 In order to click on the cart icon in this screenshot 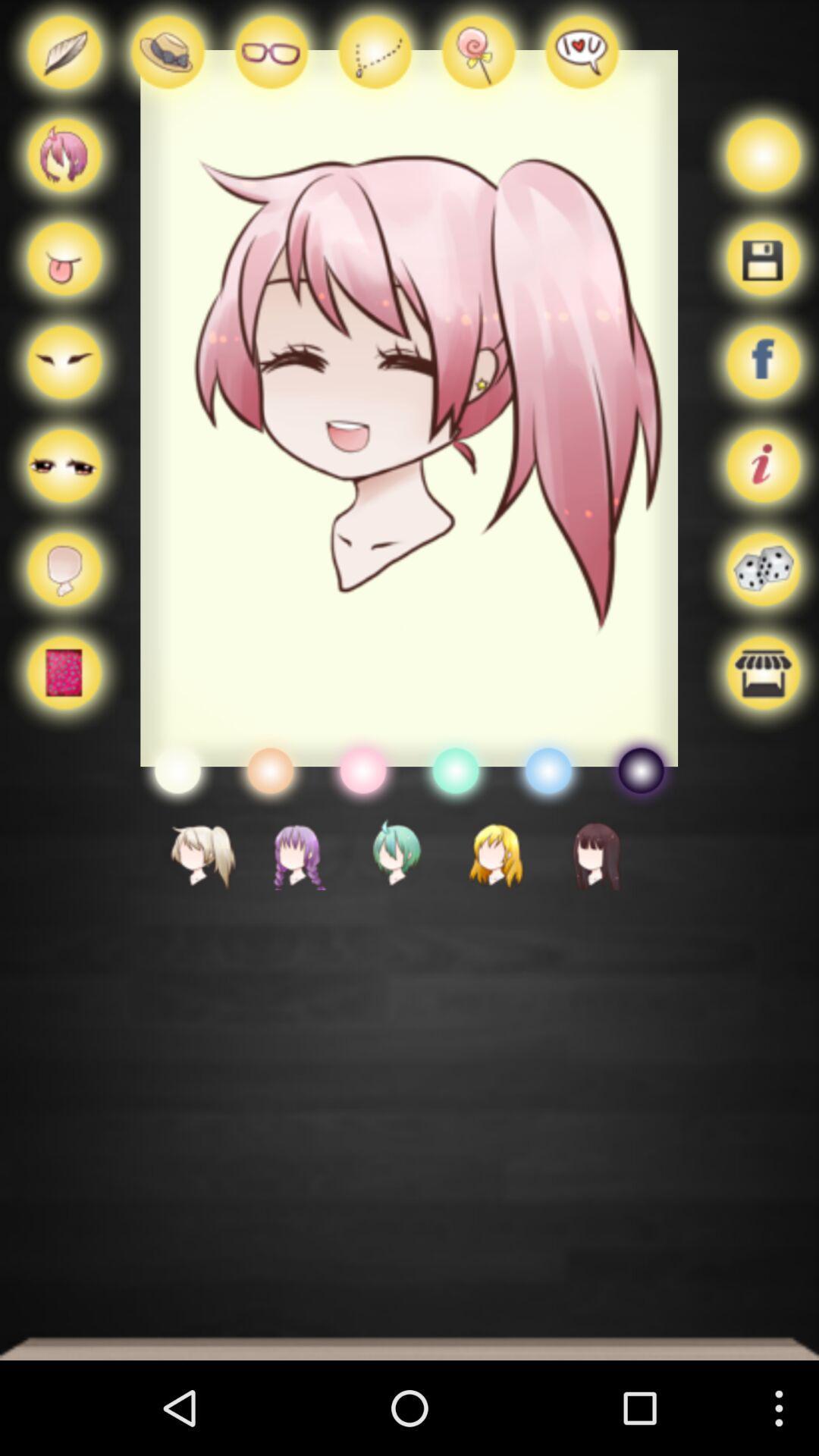, I will do `click(63, 277)`.